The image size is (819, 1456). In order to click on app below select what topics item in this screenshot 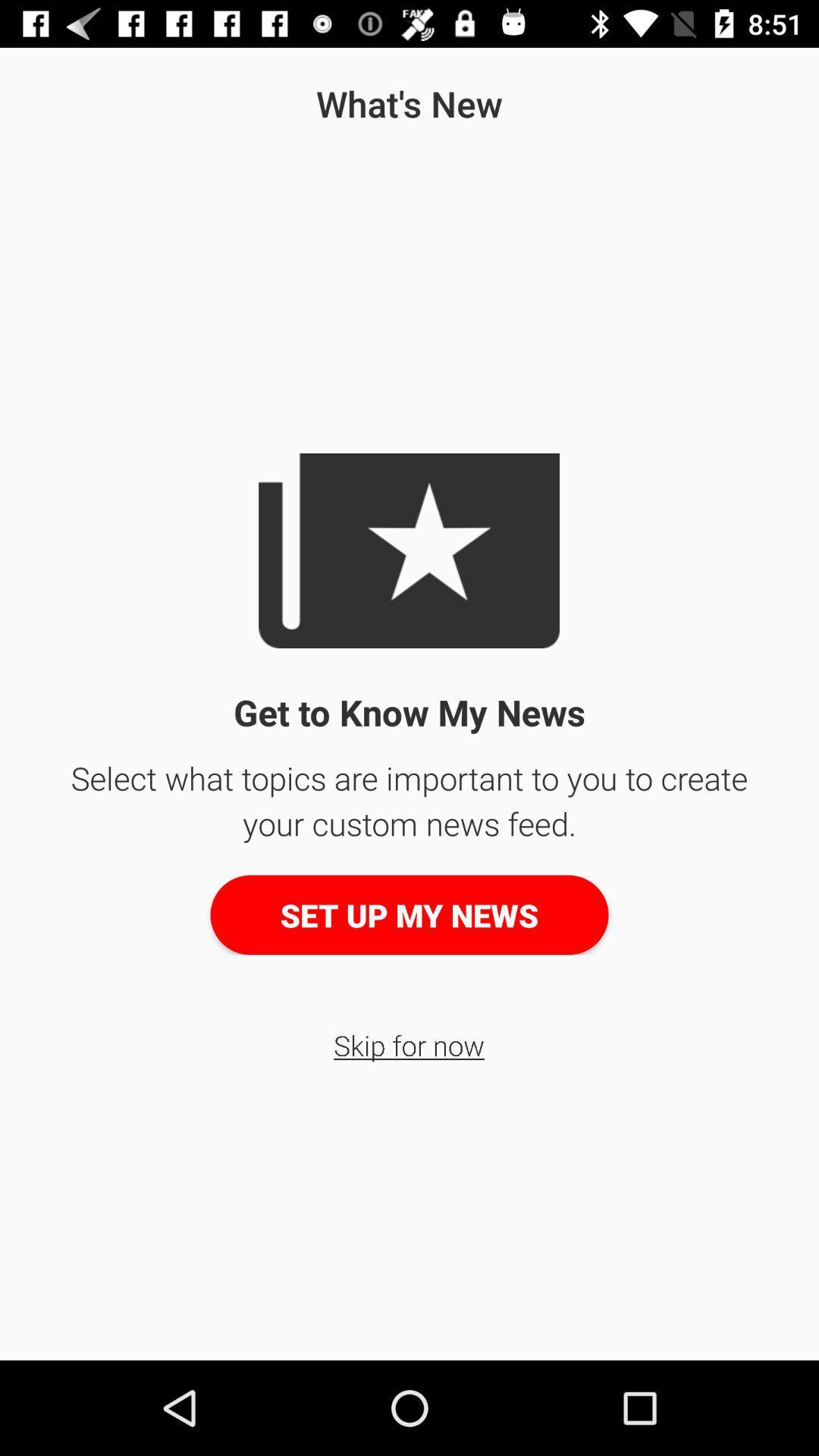, I will do `click(409, 914)`.